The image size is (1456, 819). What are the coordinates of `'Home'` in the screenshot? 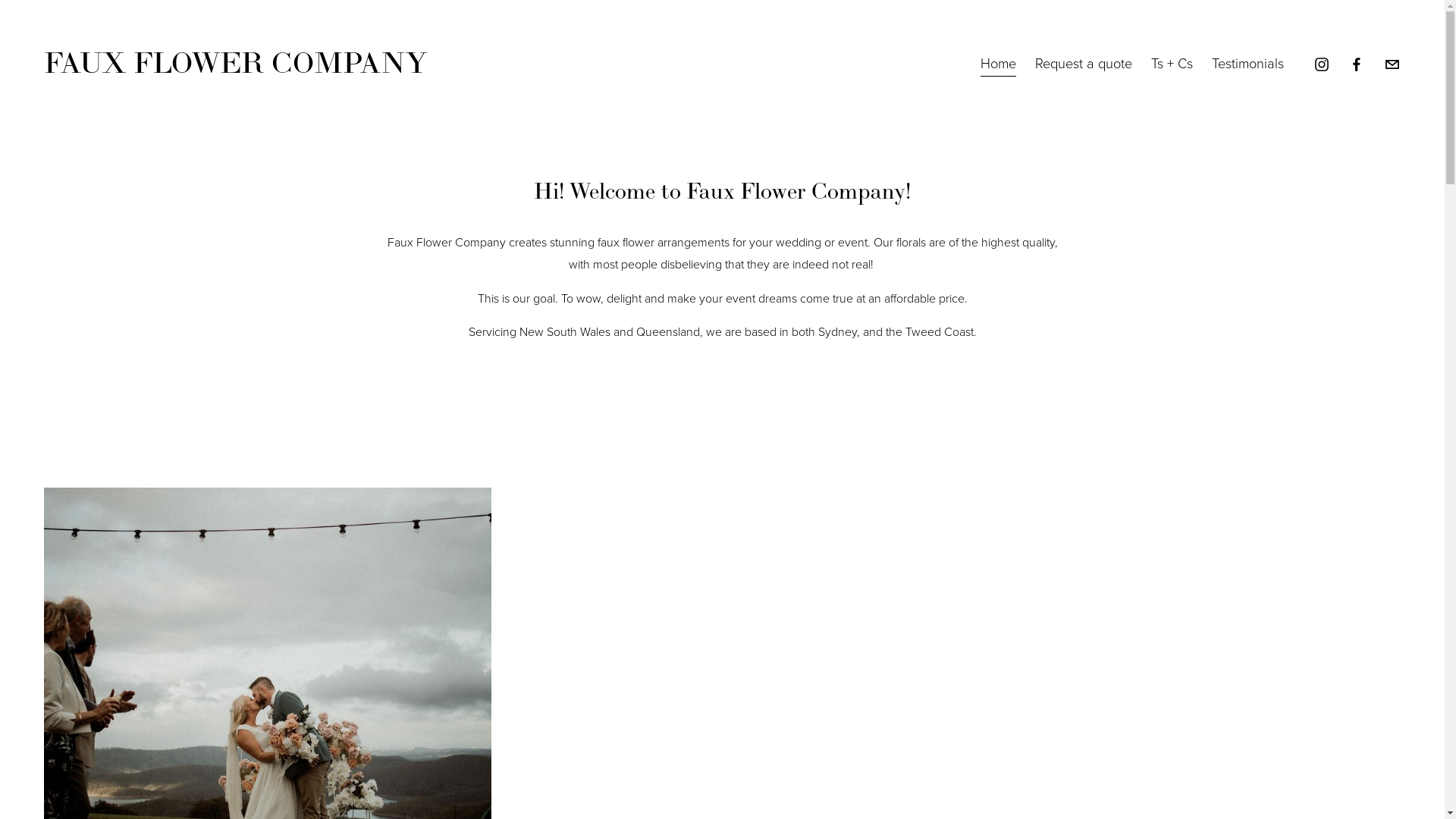 It's located at (998, 64).